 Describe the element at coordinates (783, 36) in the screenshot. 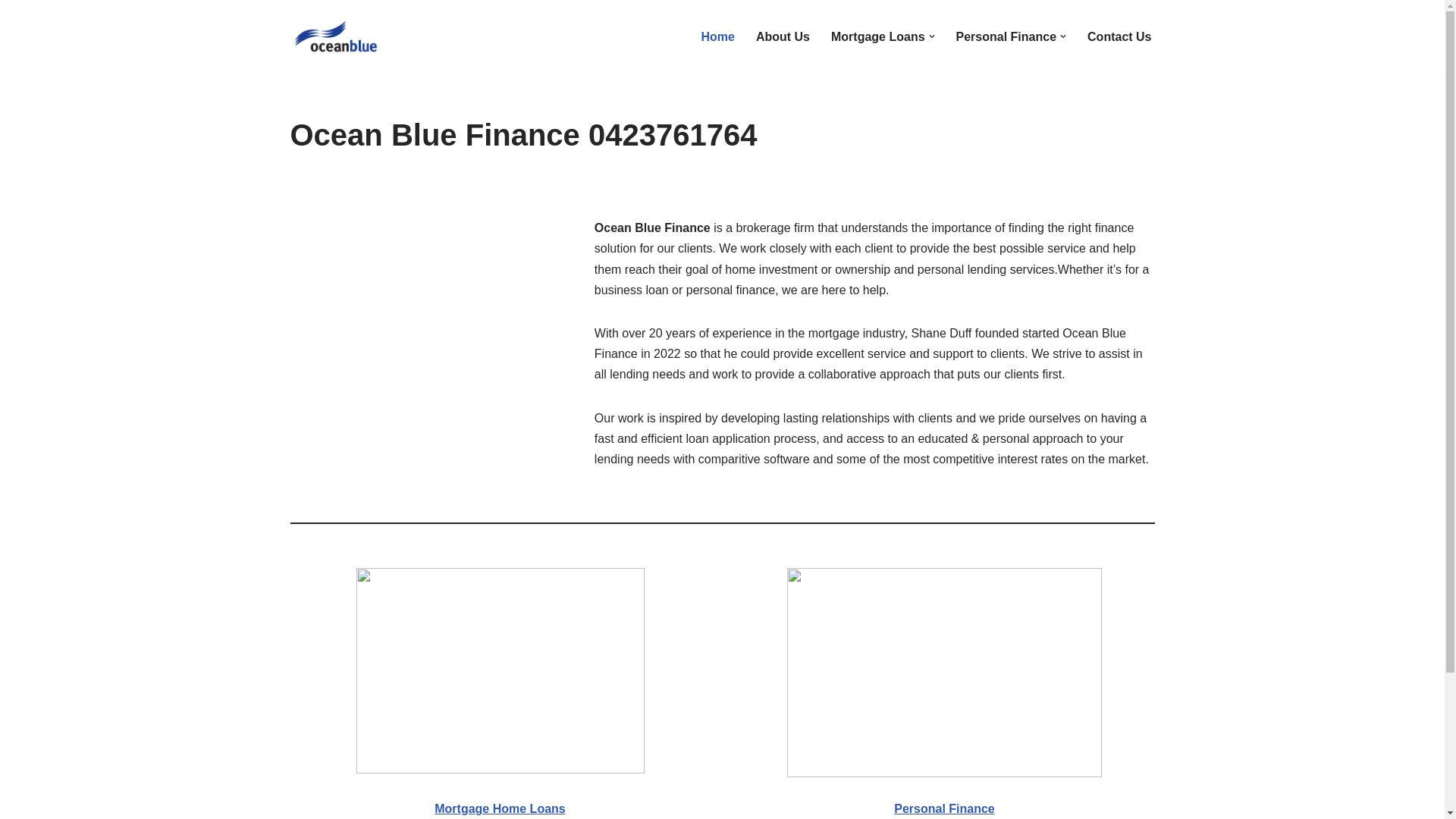

I see `'About Us'` at that location.